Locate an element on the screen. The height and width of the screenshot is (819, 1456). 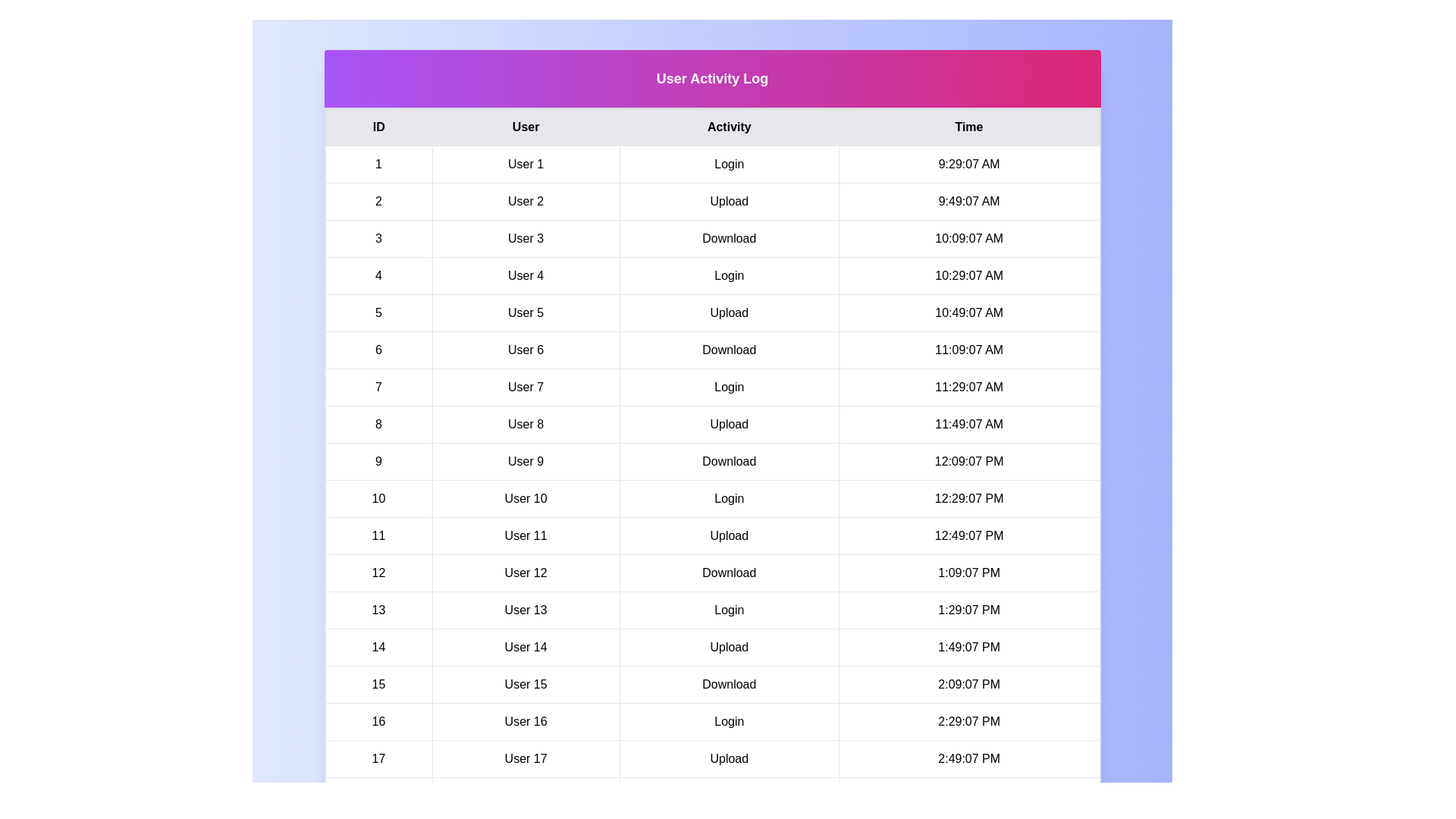
the row corresponding to 5 is located at coordinates (711, 312).